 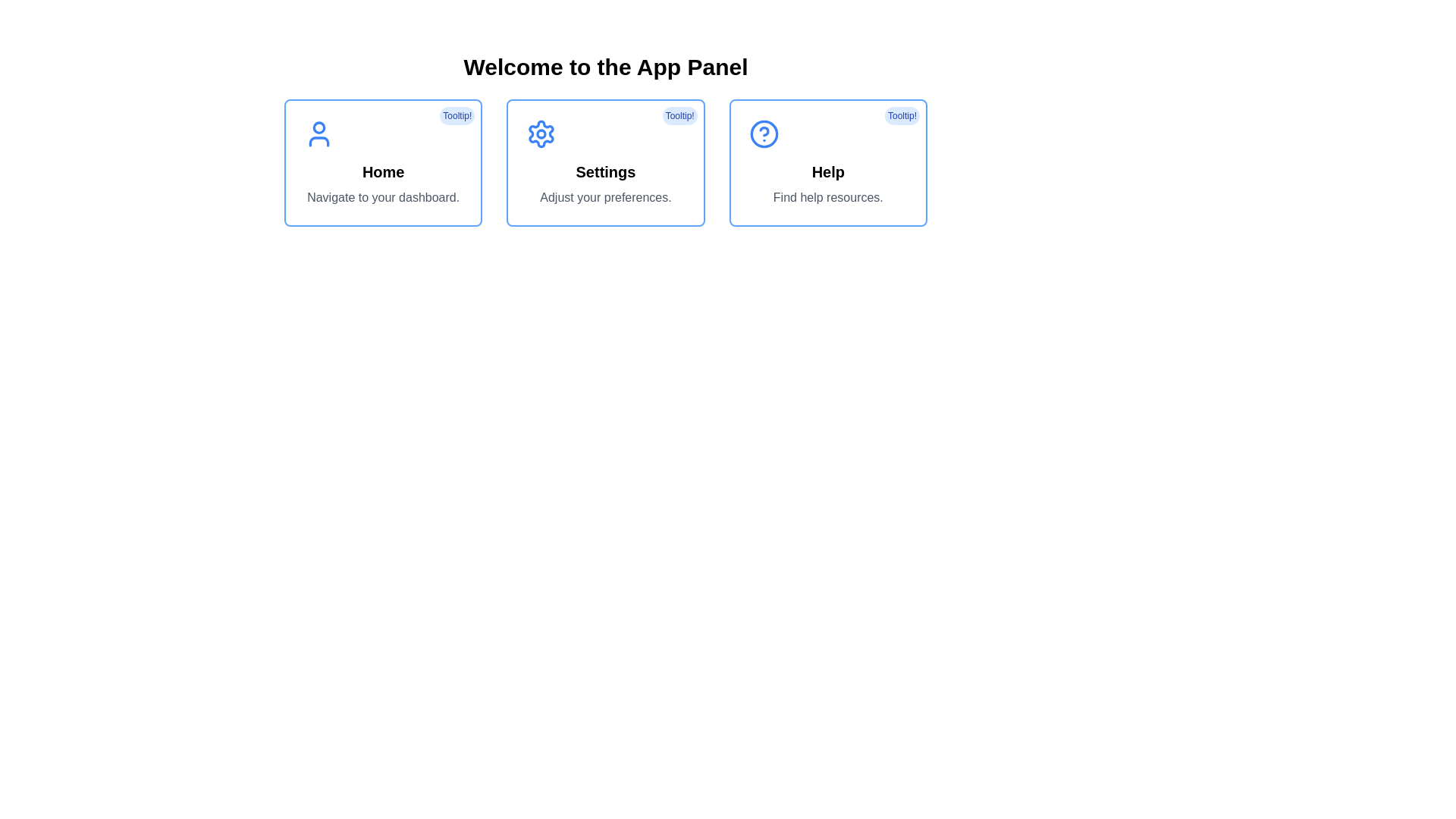 I want to click on the settings icon located centrally within the 'Settings' card, which serves, so click(x=541, y=133).